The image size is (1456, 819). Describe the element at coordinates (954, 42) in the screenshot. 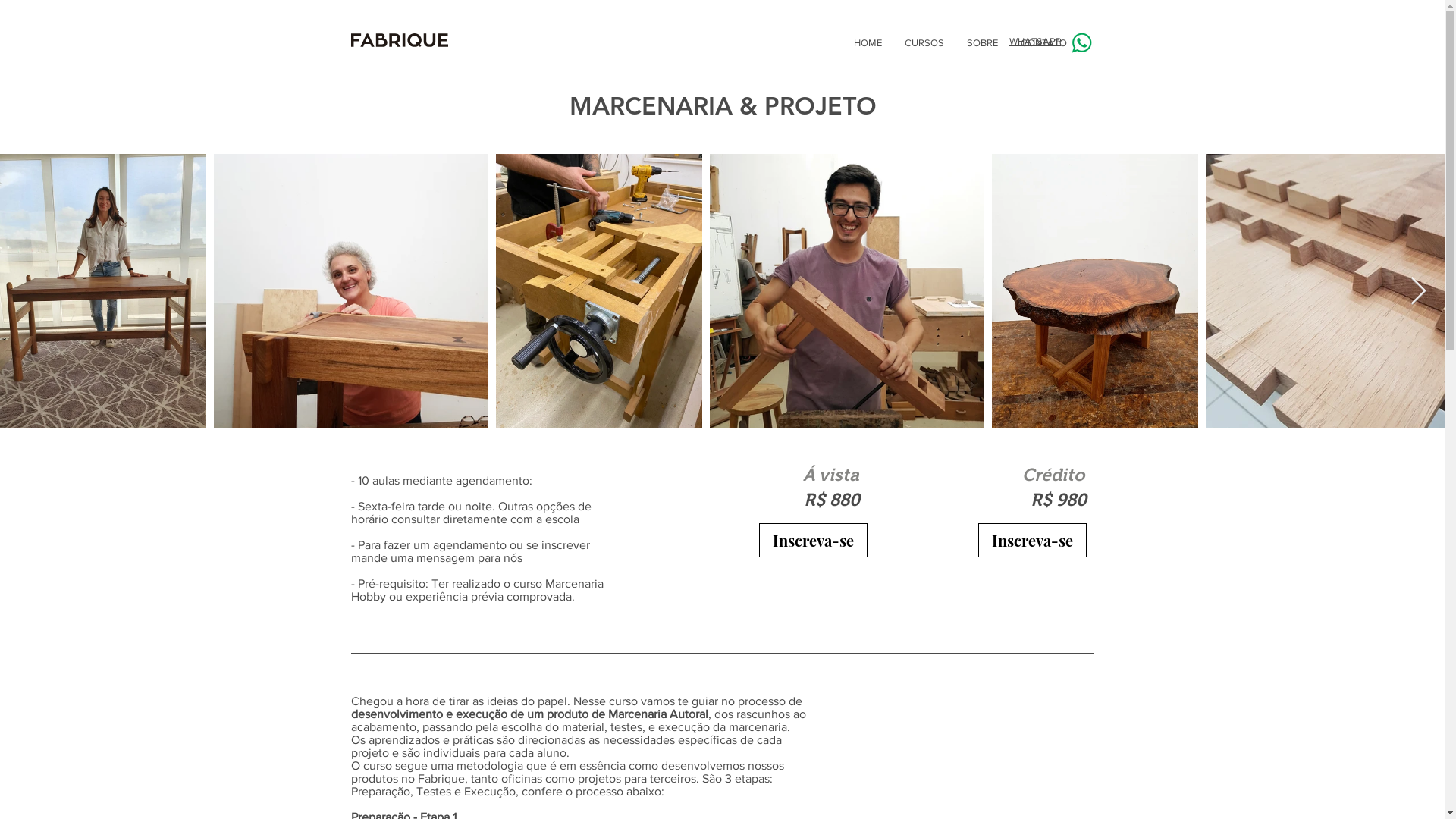

I see `'SOBRE'` at that location.